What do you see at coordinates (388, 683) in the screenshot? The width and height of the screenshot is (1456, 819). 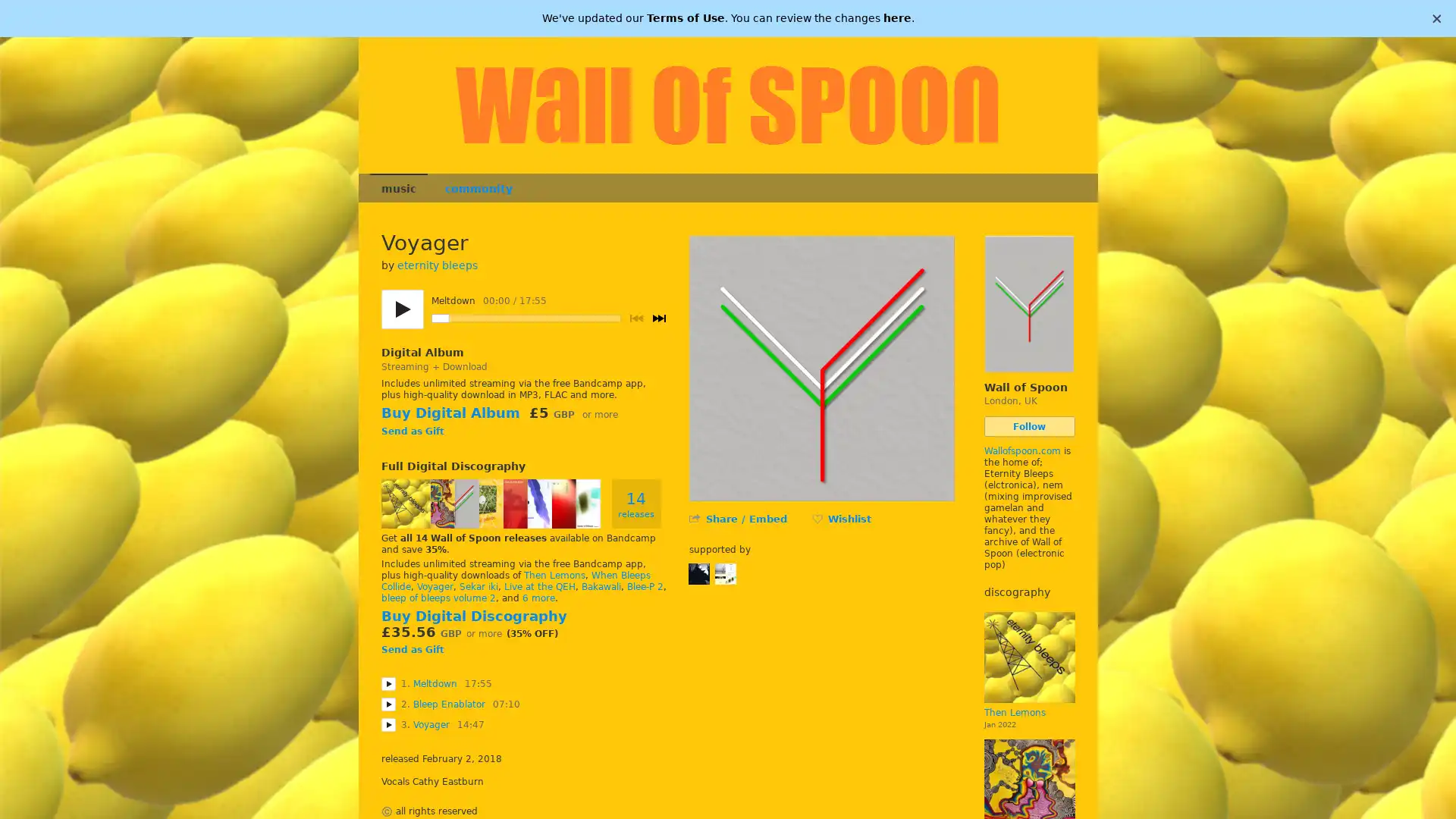 I see `Play Meltdown` at bounding box center [388, 683].